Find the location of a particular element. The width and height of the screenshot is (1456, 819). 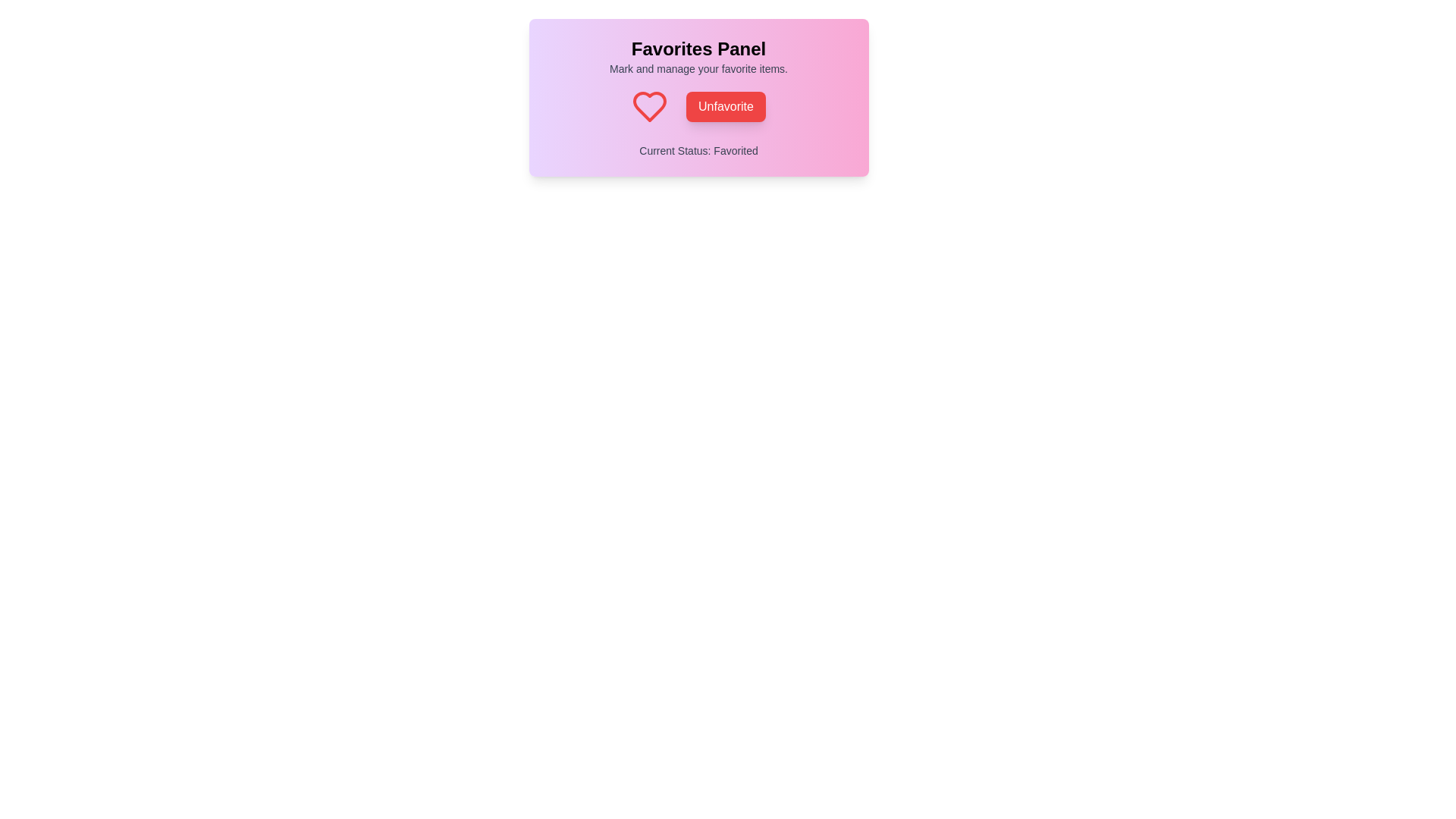

the heart icon to toggle its state is located at coordinates (650, 106).